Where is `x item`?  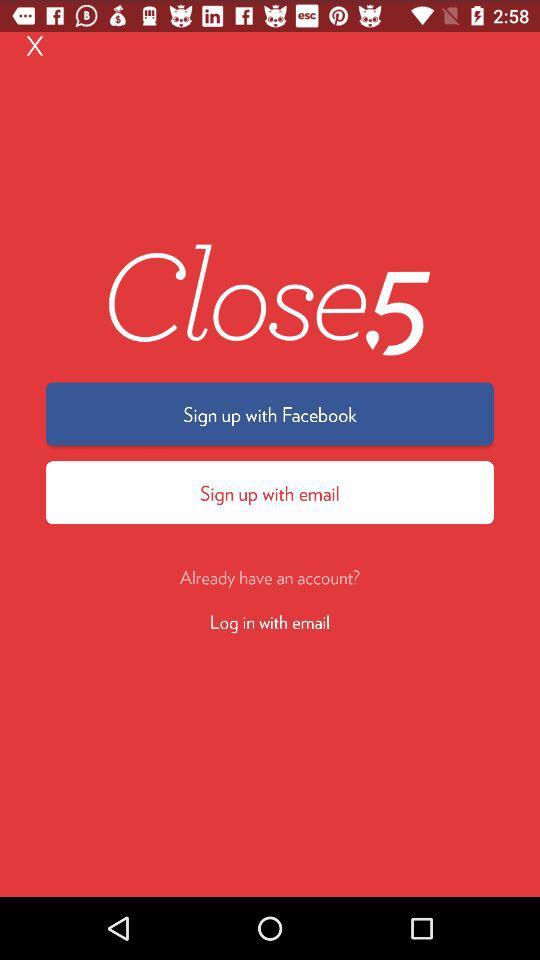 x item is located at coordinates (35, 43).